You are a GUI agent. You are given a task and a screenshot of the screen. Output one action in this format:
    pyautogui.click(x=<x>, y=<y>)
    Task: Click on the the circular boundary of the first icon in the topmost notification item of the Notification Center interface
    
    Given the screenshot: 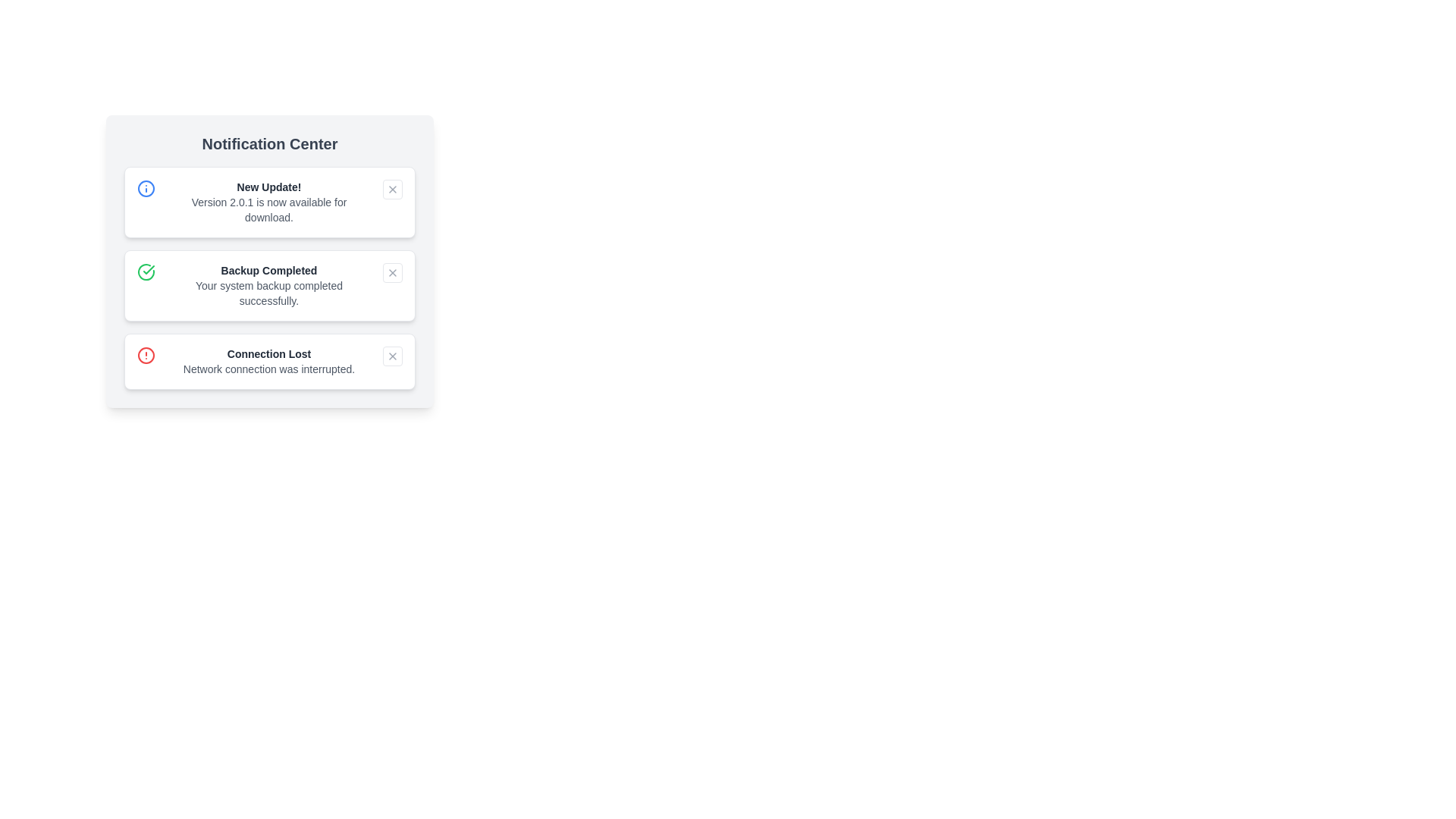 What is the action you would take?
    pyautogui.click(x=146, y=188)
    